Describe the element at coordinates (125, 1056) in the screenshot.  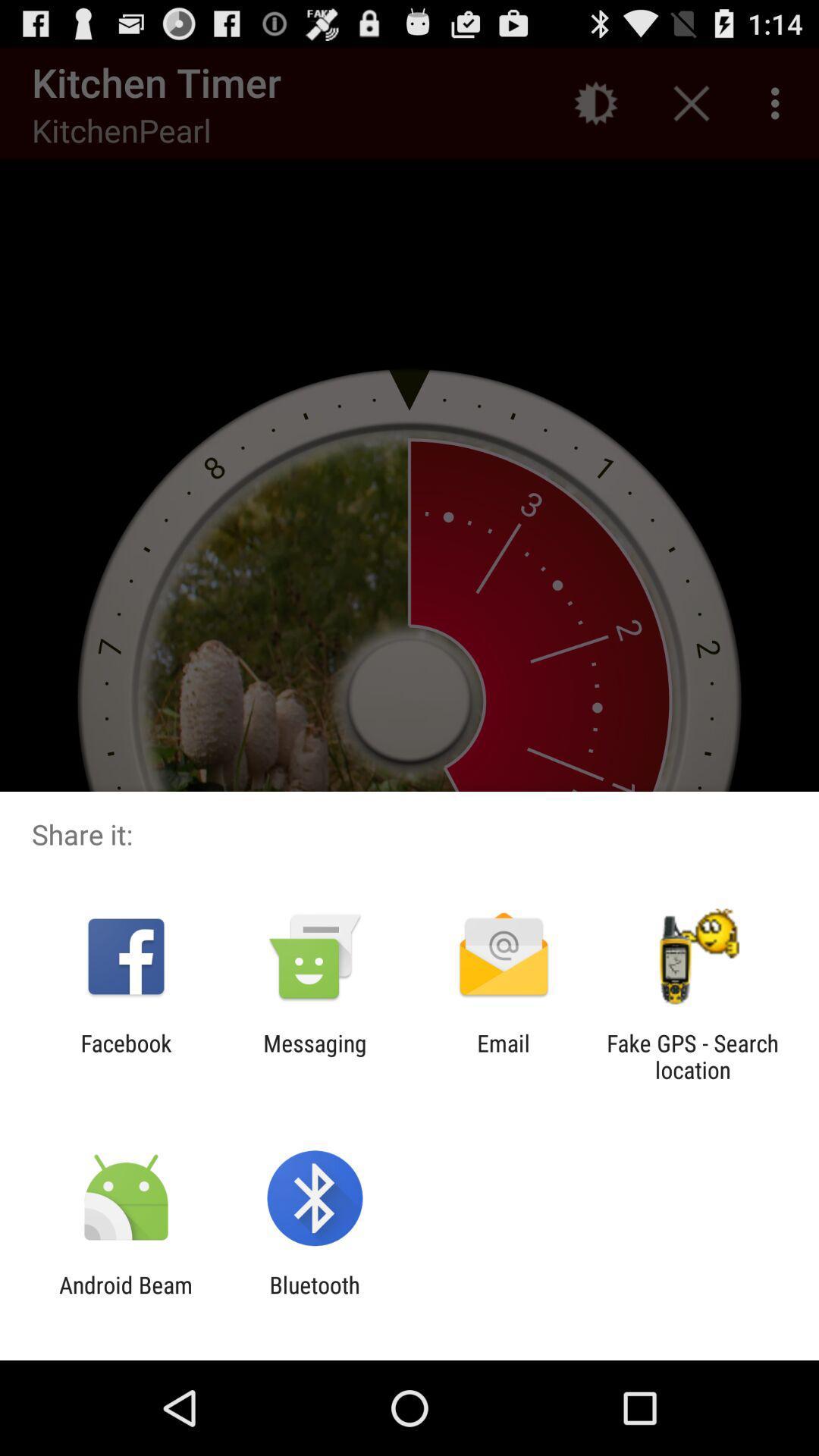
I see `app next to the messaging icon` at that location.